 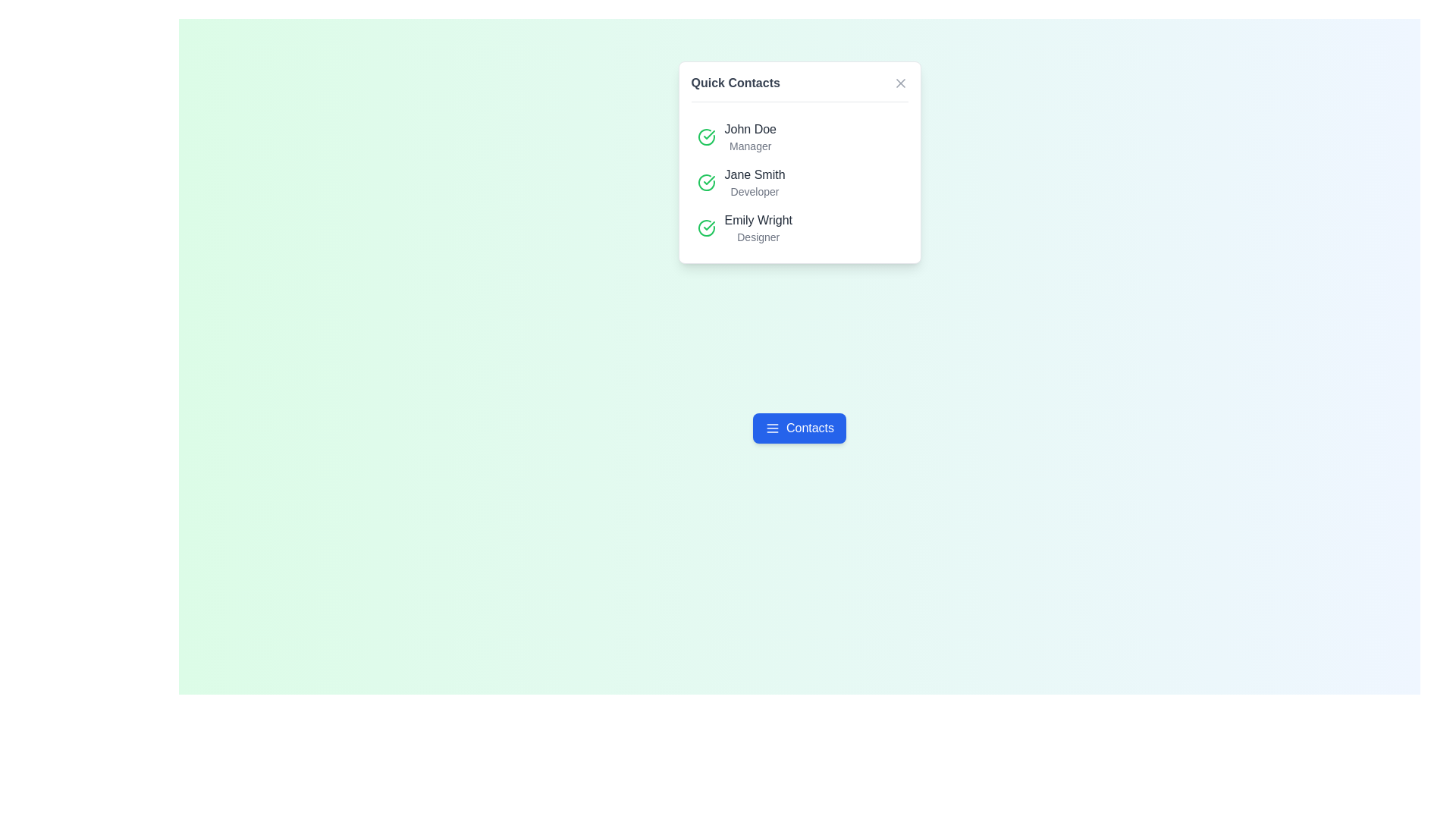 I want to click on the text label displaying 'Manager' located below 'John Doe' in the 'Quick Contacts' section, so click(x=750, y=146).